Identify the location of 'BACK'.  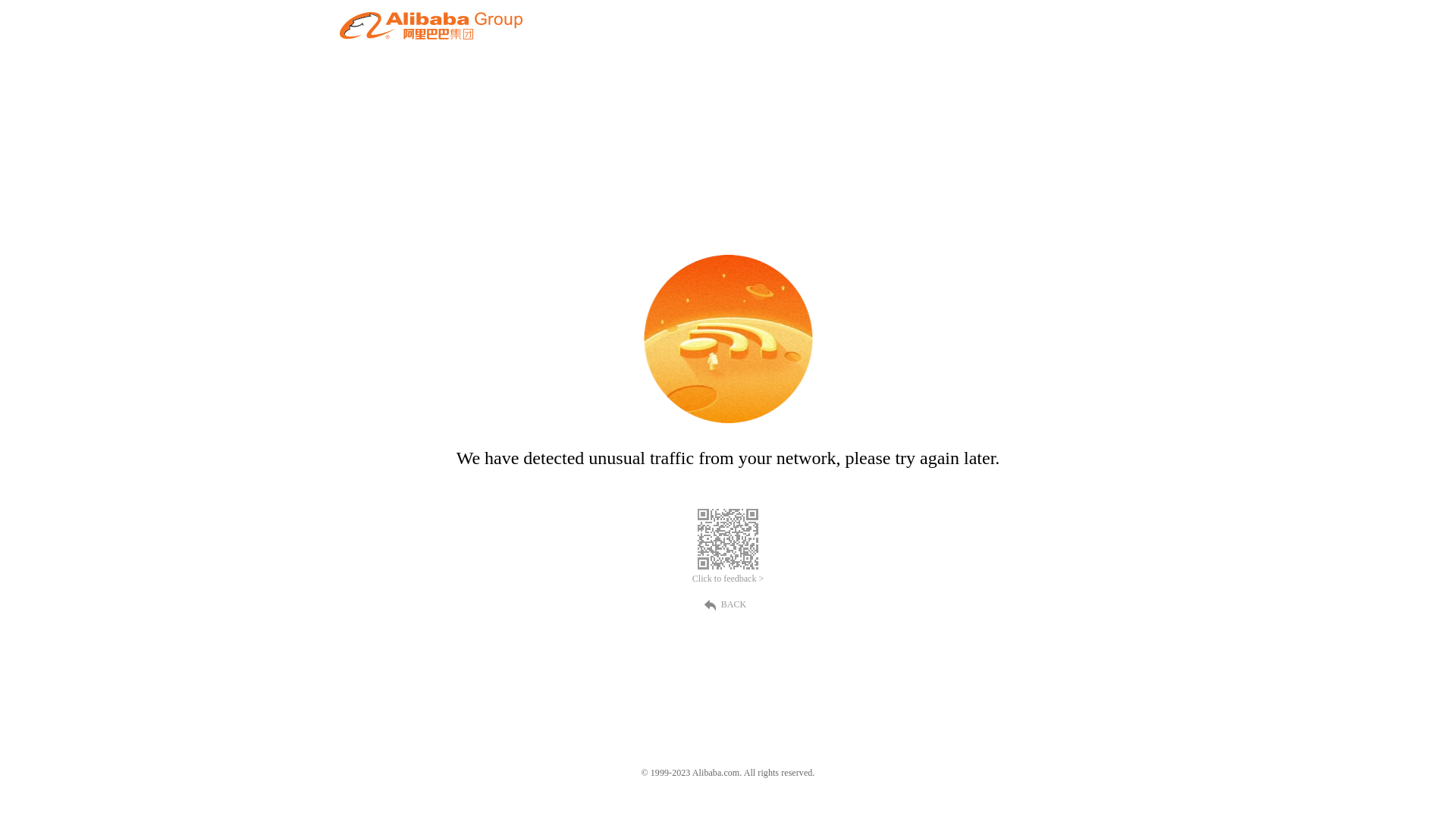
(728, 602).